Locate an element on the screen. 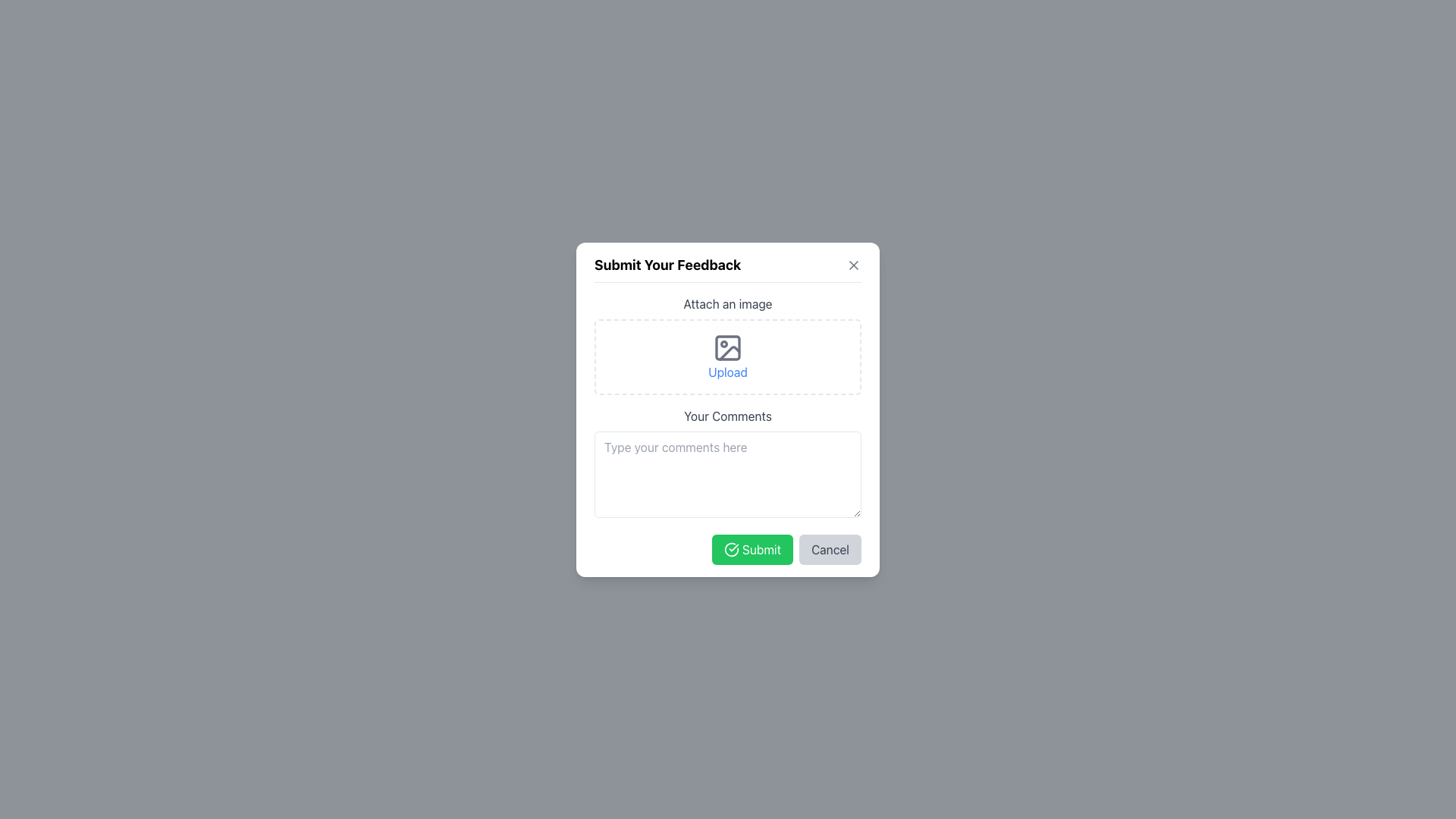  the Close Button icon, which is represented as an 'X' mark in the top-right corner of the dialog box is located at coordinates (854, 264).